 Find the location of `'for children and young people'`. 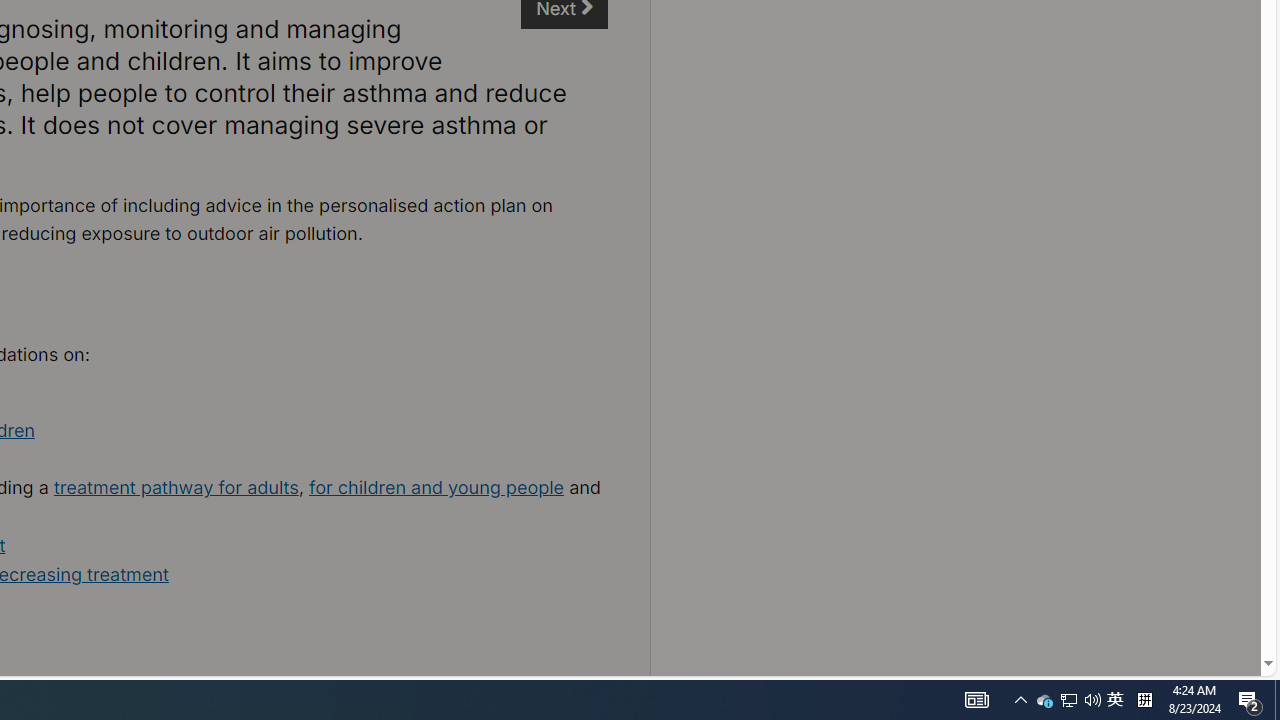

'for children and young people' is located at coordinates (435, 487).